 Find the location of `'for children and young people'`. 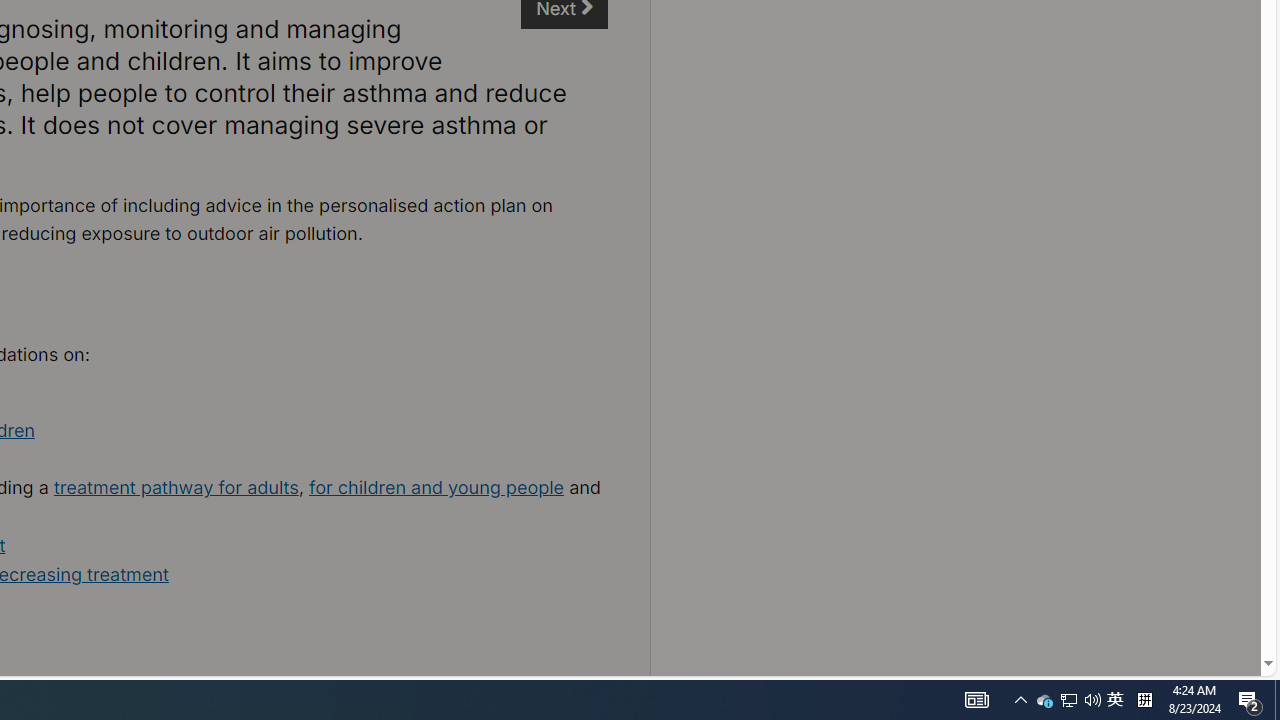

'for children and young people' is located at coordinates (435, 487).